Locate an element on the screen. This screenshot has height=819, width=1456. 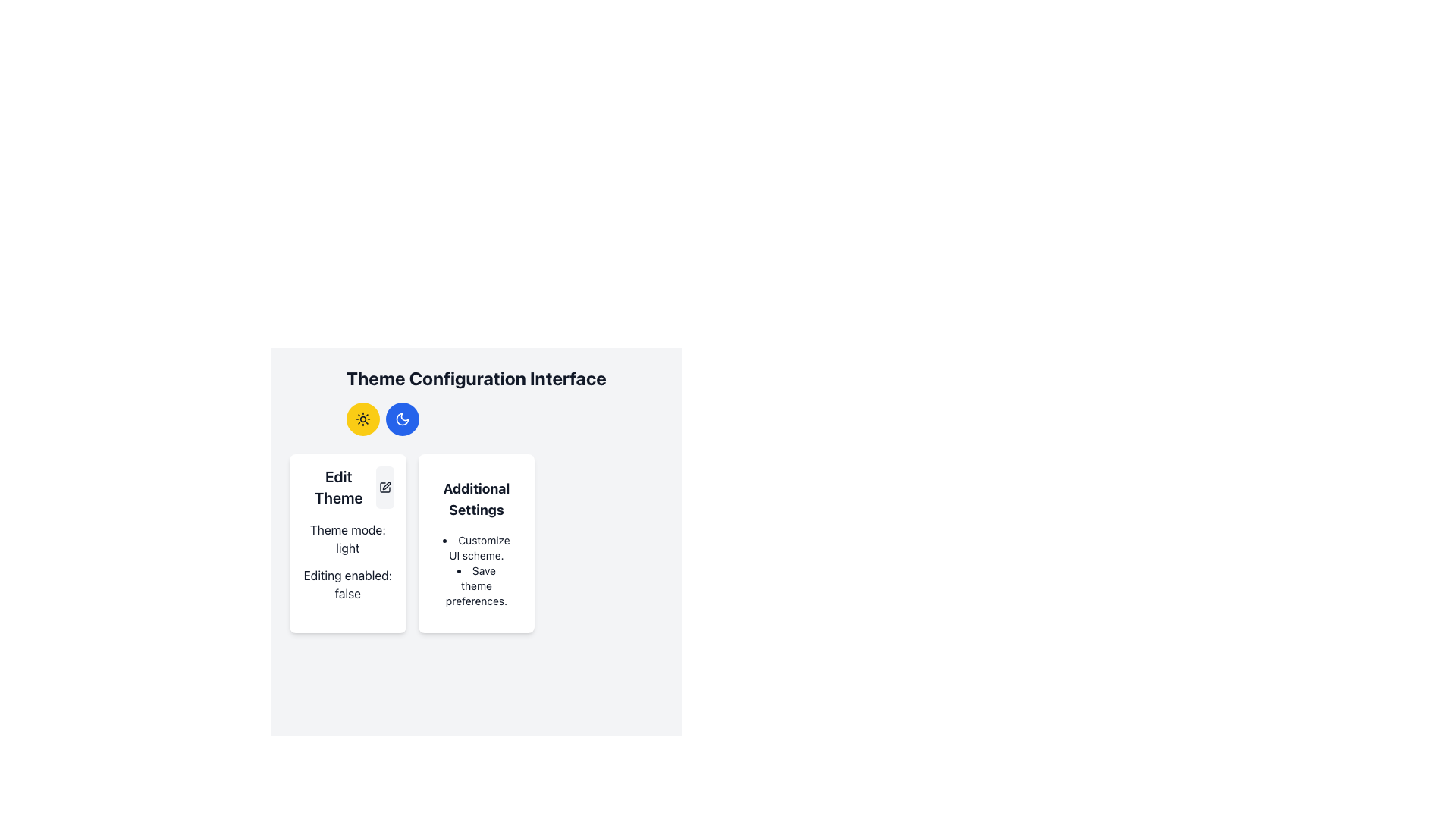
the circular button with a yellow background and sun icon for keyboard interaction, located under the 'Theme Configuration Interface' header is located at coordinates (362, 419).